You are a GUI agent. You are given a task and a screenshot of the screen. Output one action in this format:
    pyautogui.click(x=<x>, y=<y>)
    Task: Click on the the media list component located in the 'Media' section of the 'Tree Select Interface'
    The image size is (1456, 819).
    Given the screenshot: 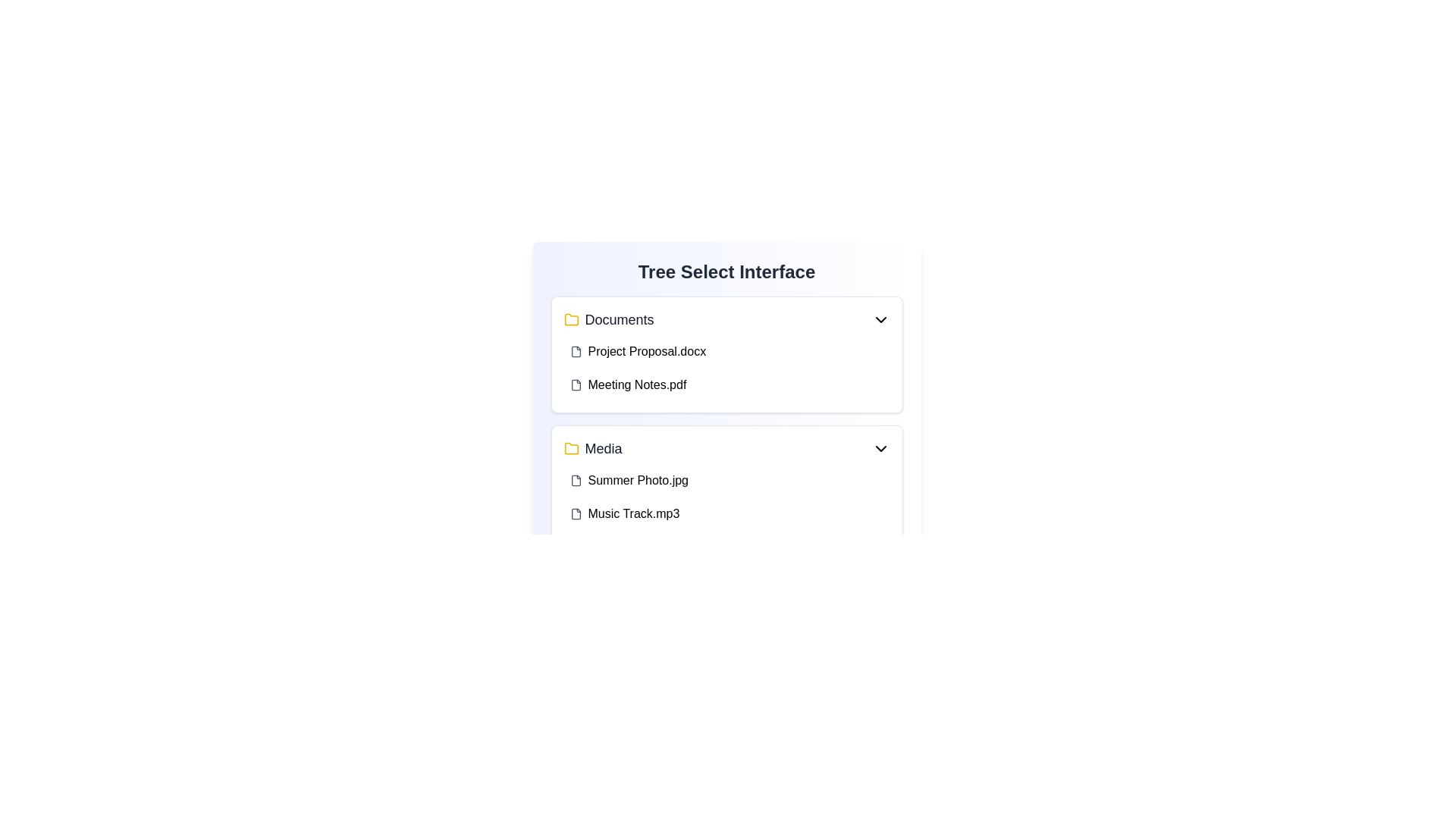 What is the action you would take?
    pyautogui.click(x=726, y=497)
    